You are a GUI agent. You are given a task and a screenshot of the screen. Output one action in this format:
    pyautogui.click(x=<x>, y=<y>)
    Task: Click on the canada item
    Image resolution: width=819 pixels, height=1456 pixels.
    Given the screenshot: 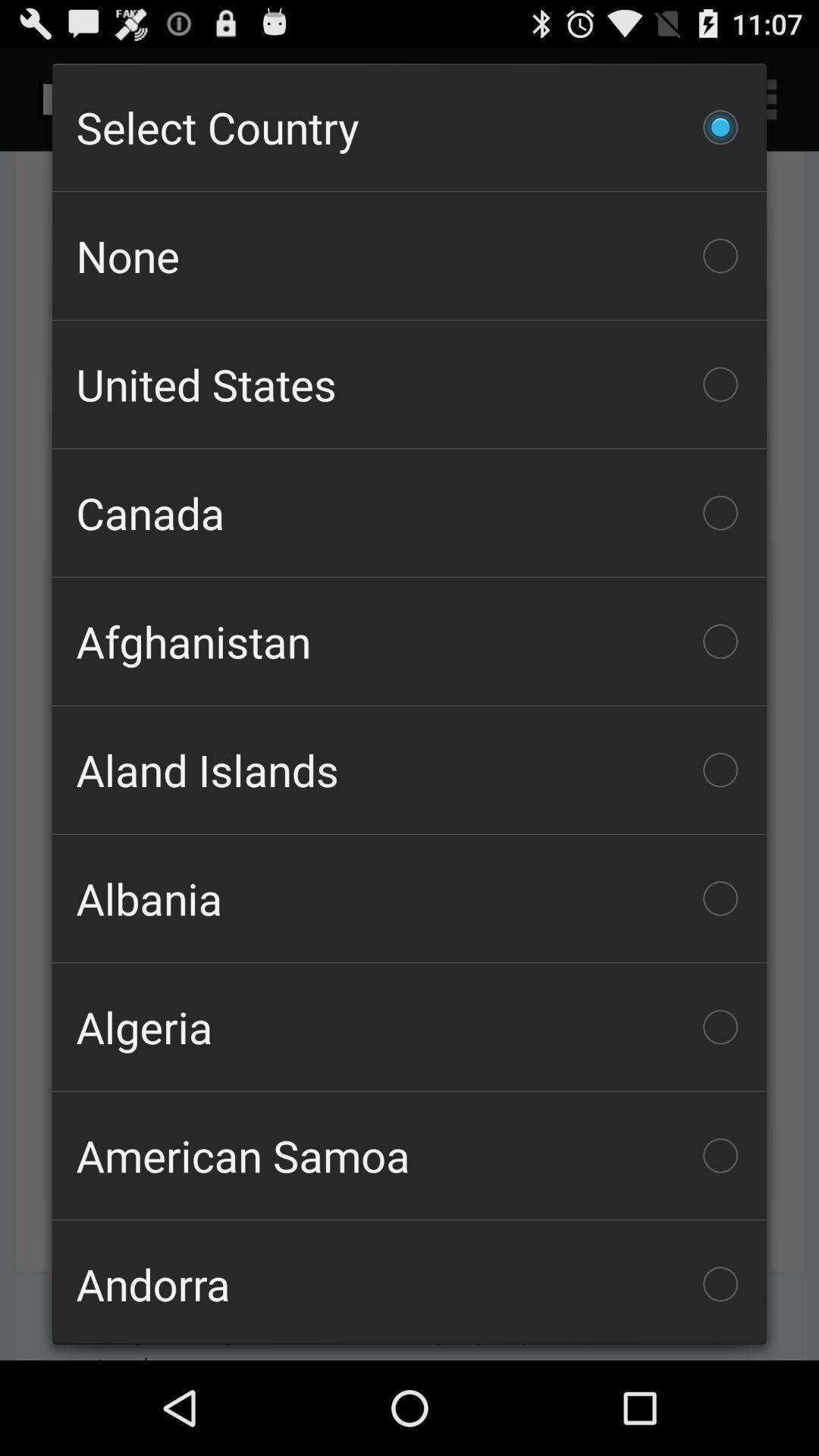 What is the action you would take?
    pyautogui.click(x=409, y=513)
    